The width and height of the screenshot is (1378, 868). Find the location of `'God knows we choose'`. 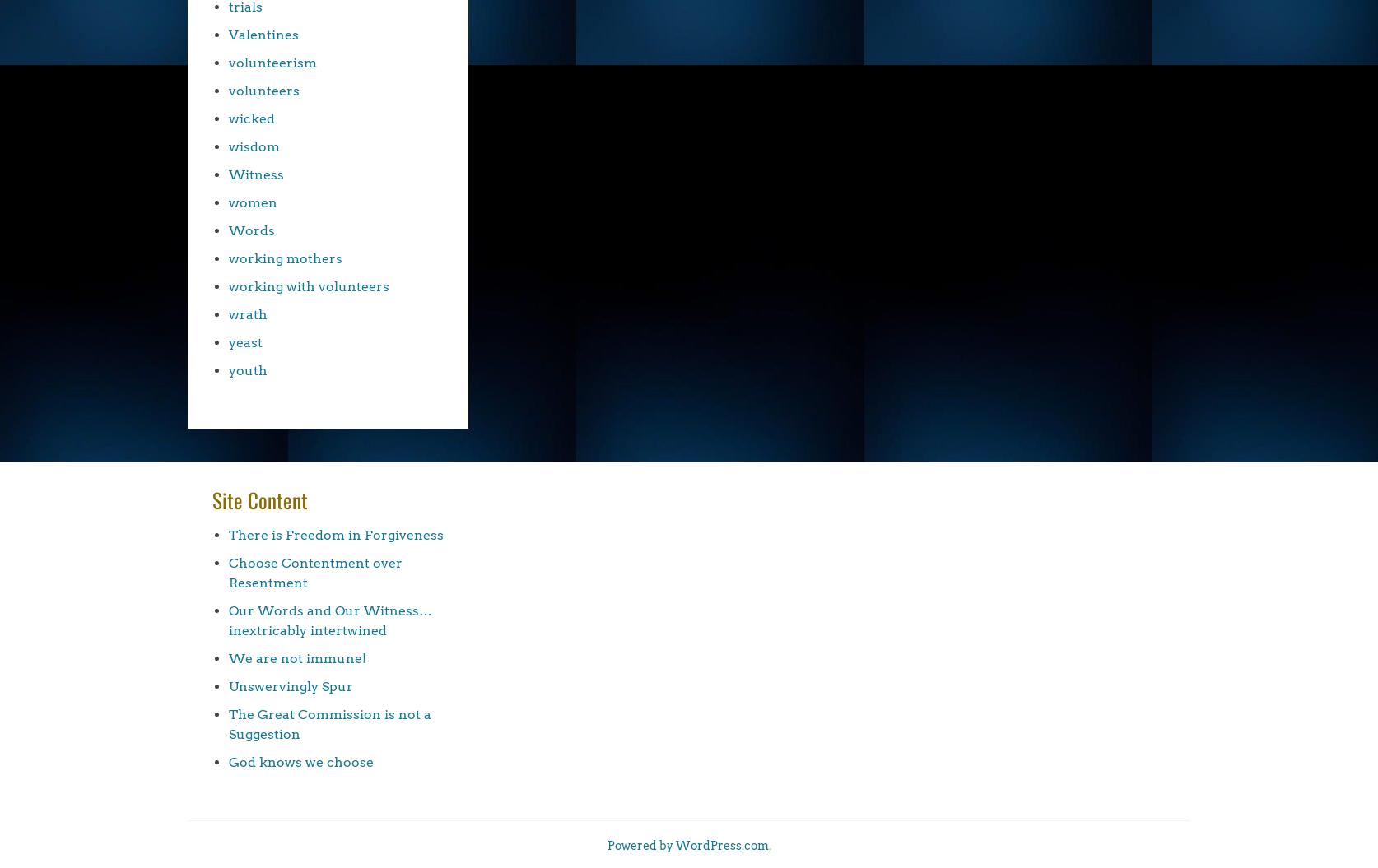

'God knows we choose' is located at coordinates (300, 761).